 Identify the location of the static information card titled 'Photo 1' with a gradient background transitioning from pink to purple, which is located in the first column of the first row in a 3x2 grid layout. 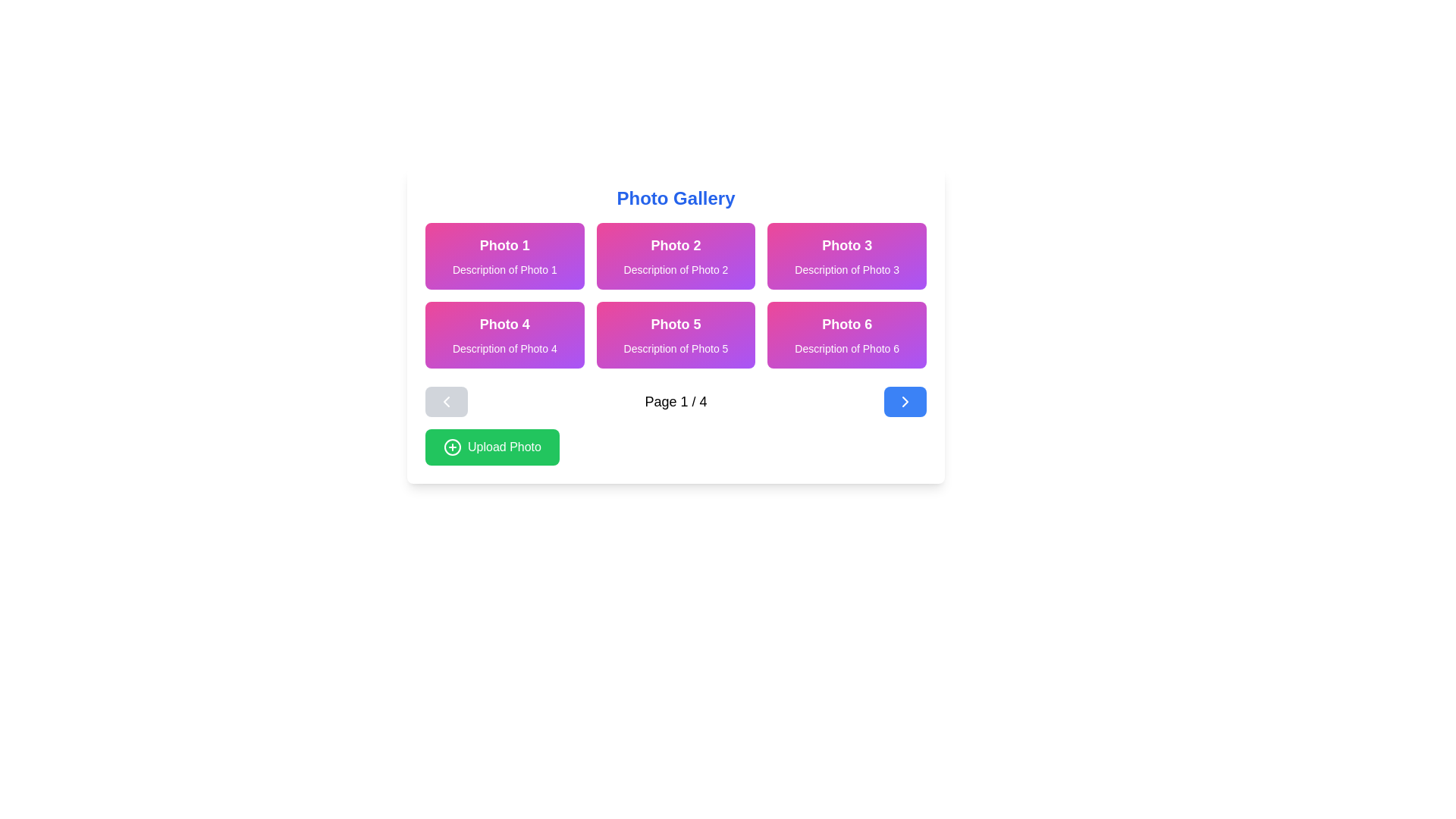
(504, 256).